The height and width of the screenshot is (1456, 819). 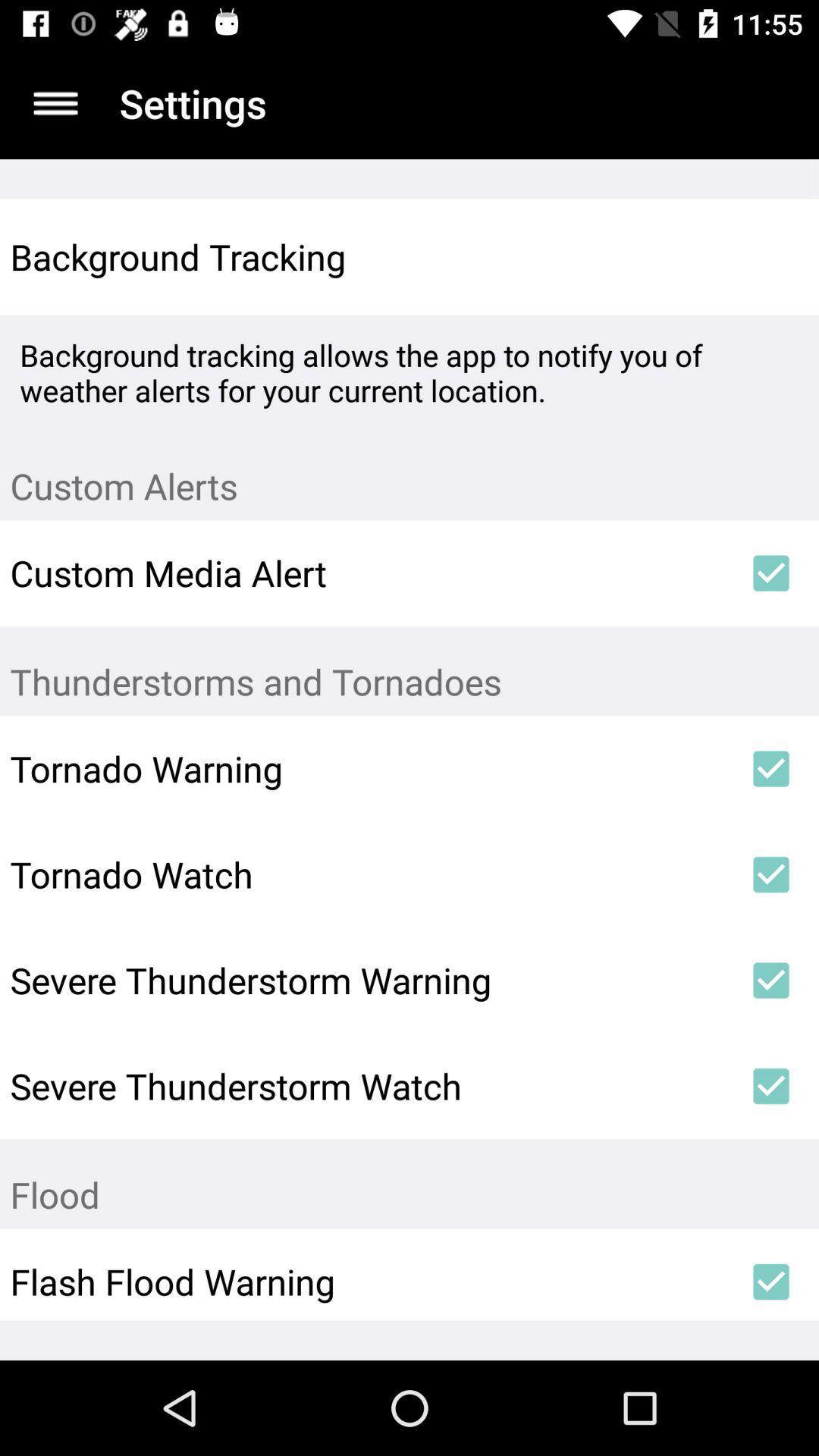 I want to click on the flash flood warning icon, so click(x=366, y=1281).